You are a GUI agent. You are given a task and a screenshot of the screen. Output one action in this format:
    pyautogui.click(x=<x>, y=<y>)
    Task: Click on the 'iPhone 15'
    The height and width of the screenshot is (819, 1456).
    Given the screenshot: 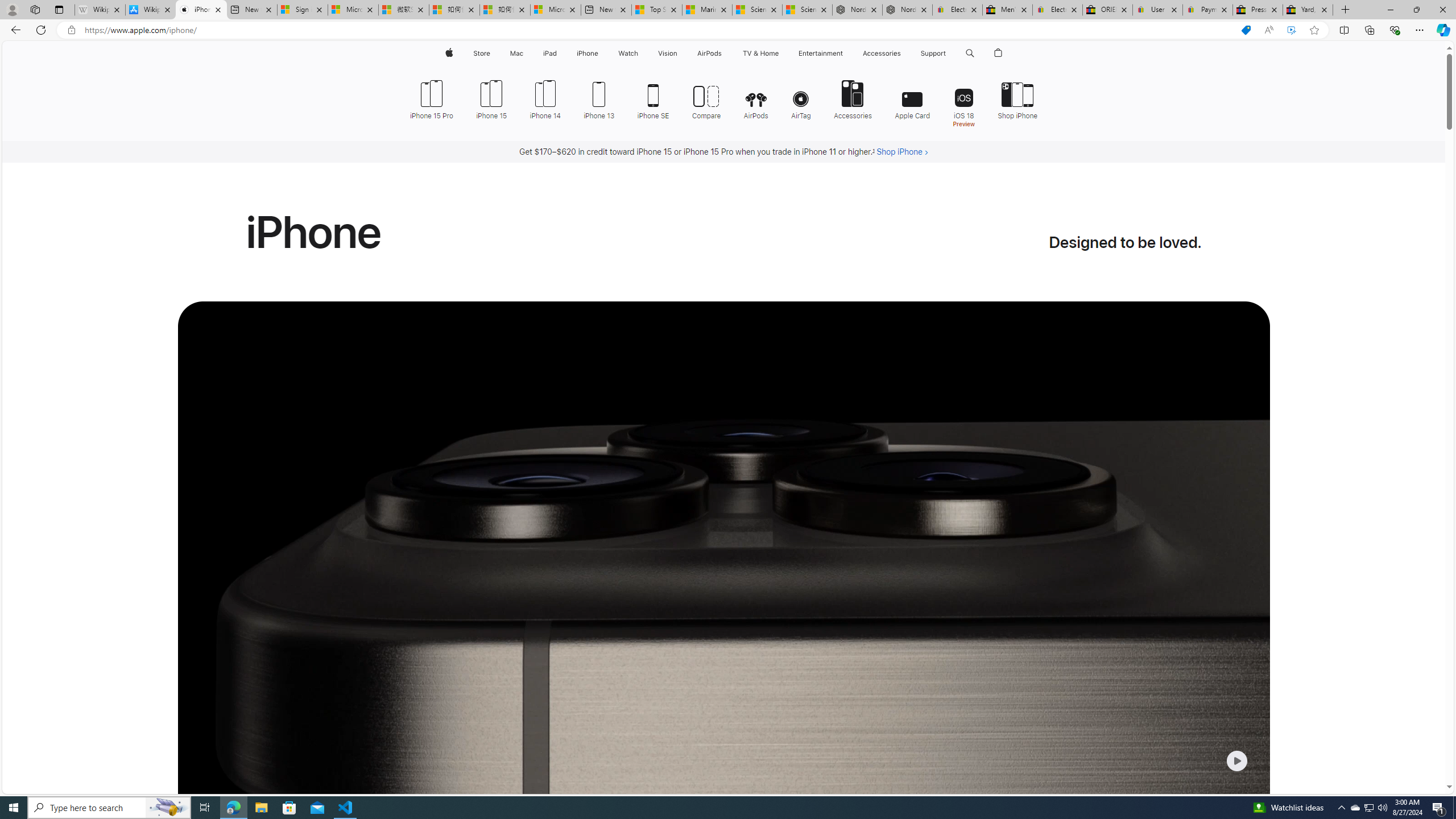 What is the action you would take?
    pyautogui.click(x=491, y=98)
    